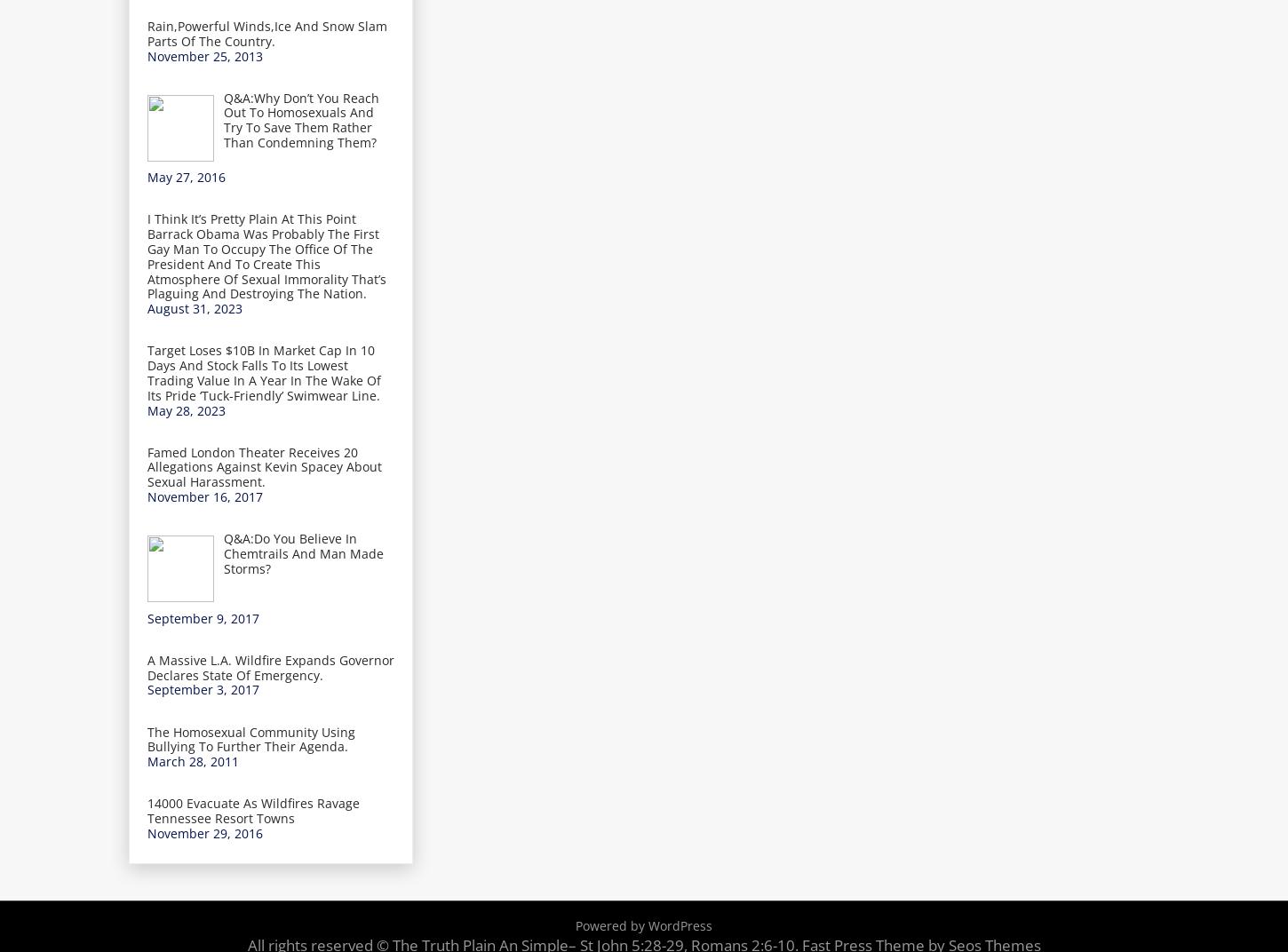  Describe the element at coordinates (300, 119) in the screenshot. I see `'Q&A:Why Don’t You Reach Out To Homosexuals And Try To Save Them Rather Than Condemning Them?'` at that location.